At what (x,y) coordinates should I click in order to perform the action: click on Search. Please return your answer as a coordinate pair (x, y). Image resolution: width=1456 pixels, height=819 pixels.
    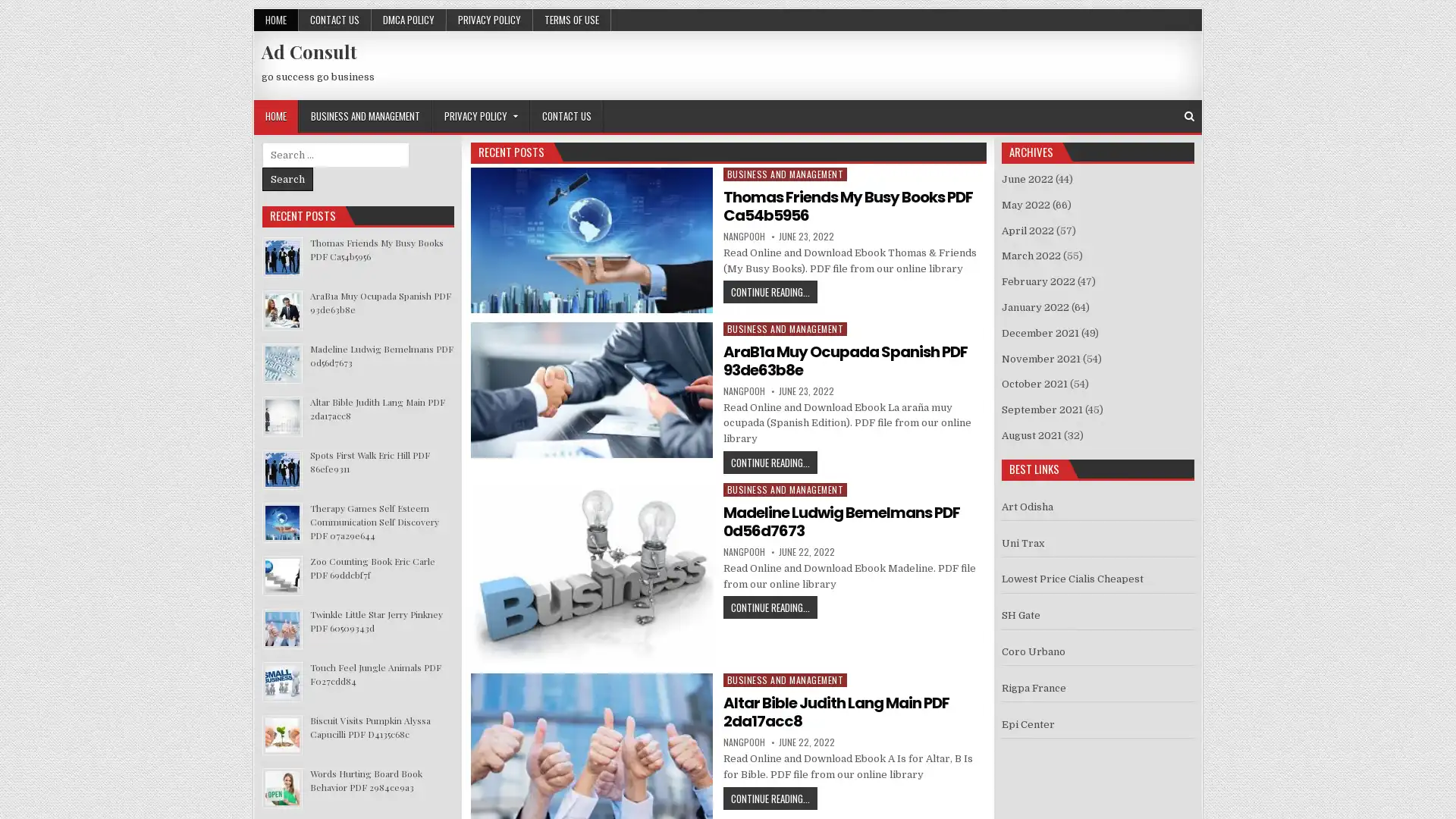
    Looking at the image, I should click on (287, 178).